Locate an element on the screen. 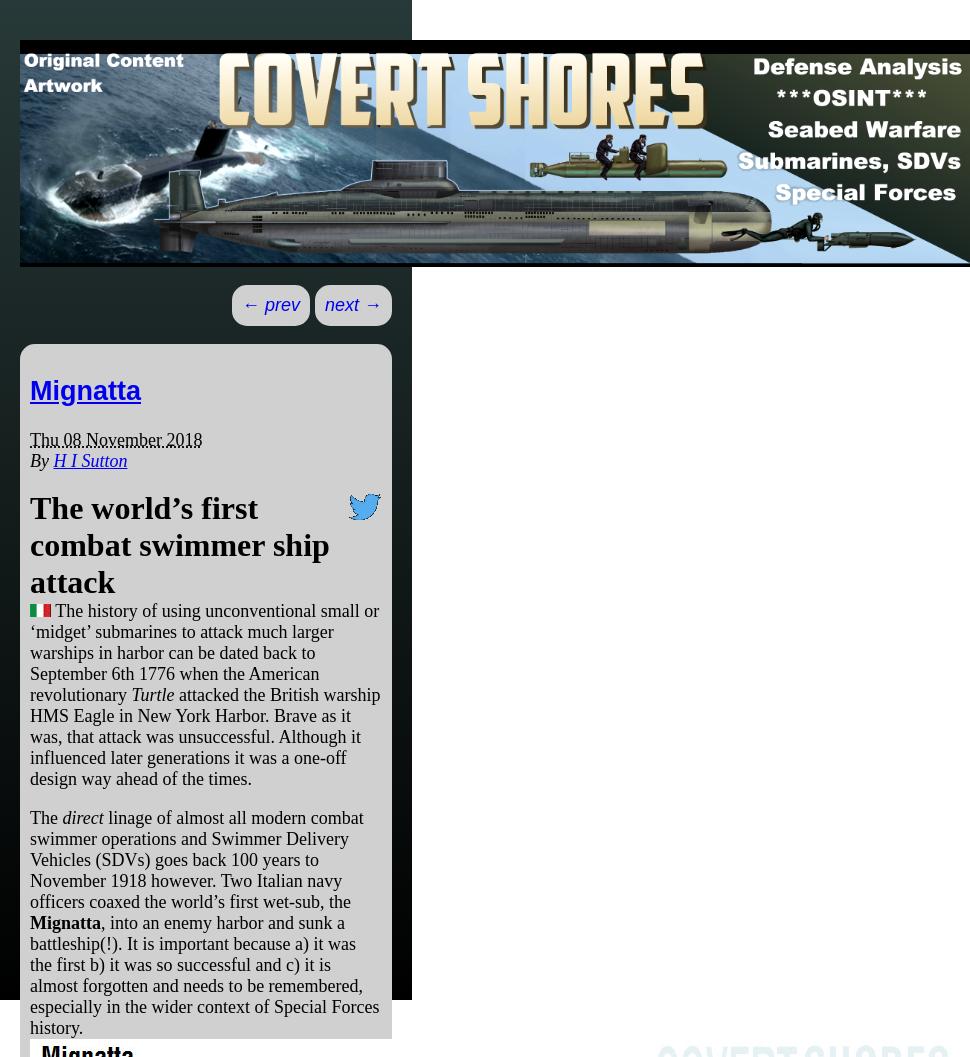 This screenshot has width=970, height=1057. 'linage of almost all modern combat swimmer operations and Swimmer Delivery Vehicles (SDVs) goes back 100 years to November 1918 however. Two Italian navy officers coaxed the world’s first wet-sub, the' is located at coordinates (196, 858).